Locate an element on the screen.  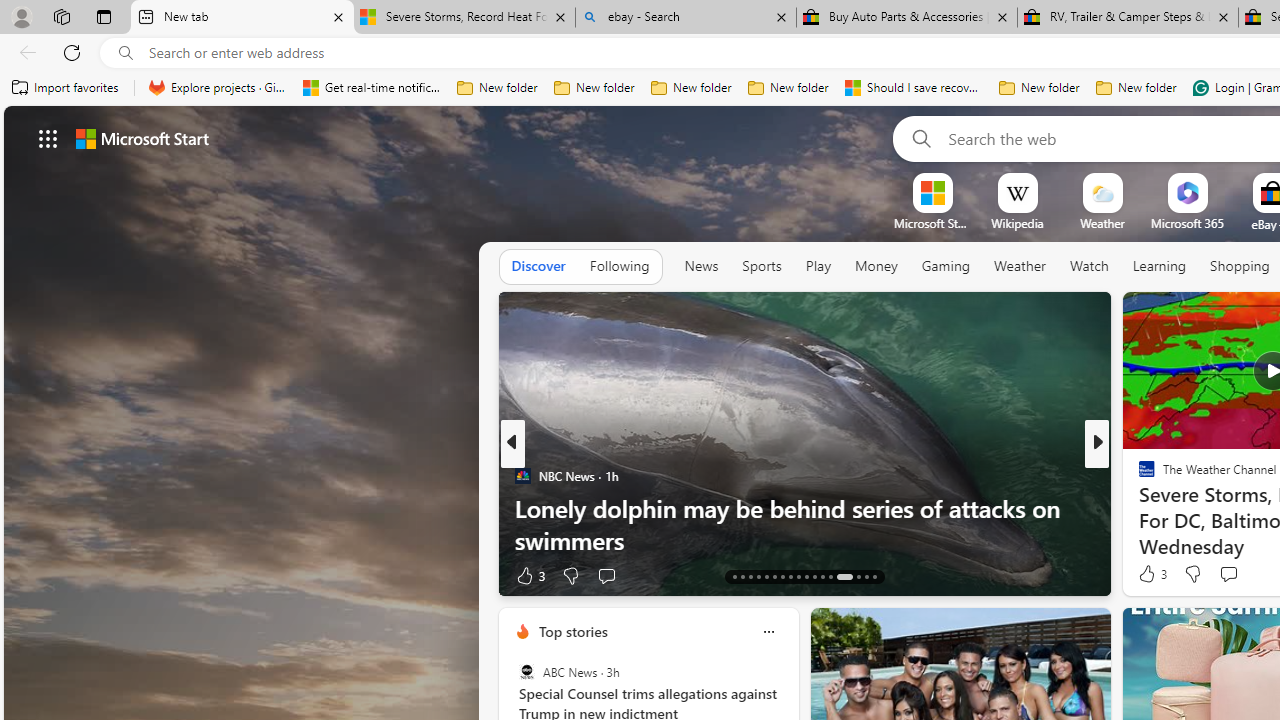
'AutomationID: tab-26' is located at coordinates (844, 577).